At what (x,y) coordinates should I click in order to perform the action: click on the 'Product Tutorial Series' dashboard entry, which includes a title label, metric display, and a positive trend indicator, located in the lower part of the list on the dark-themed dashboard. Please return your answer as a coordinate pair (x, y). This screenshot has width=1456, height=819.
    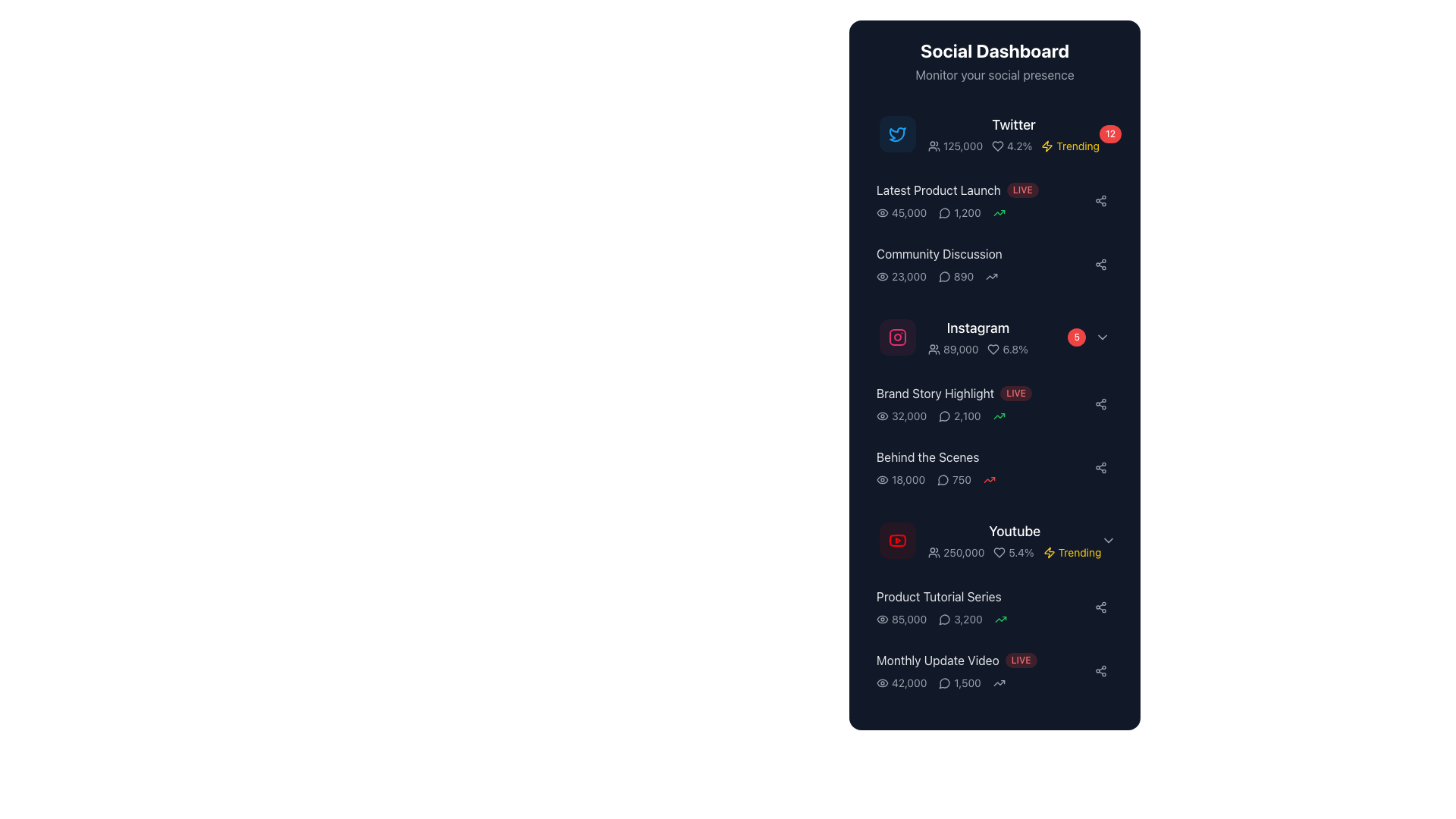
    Looking at the image, I should click on (983, 607).